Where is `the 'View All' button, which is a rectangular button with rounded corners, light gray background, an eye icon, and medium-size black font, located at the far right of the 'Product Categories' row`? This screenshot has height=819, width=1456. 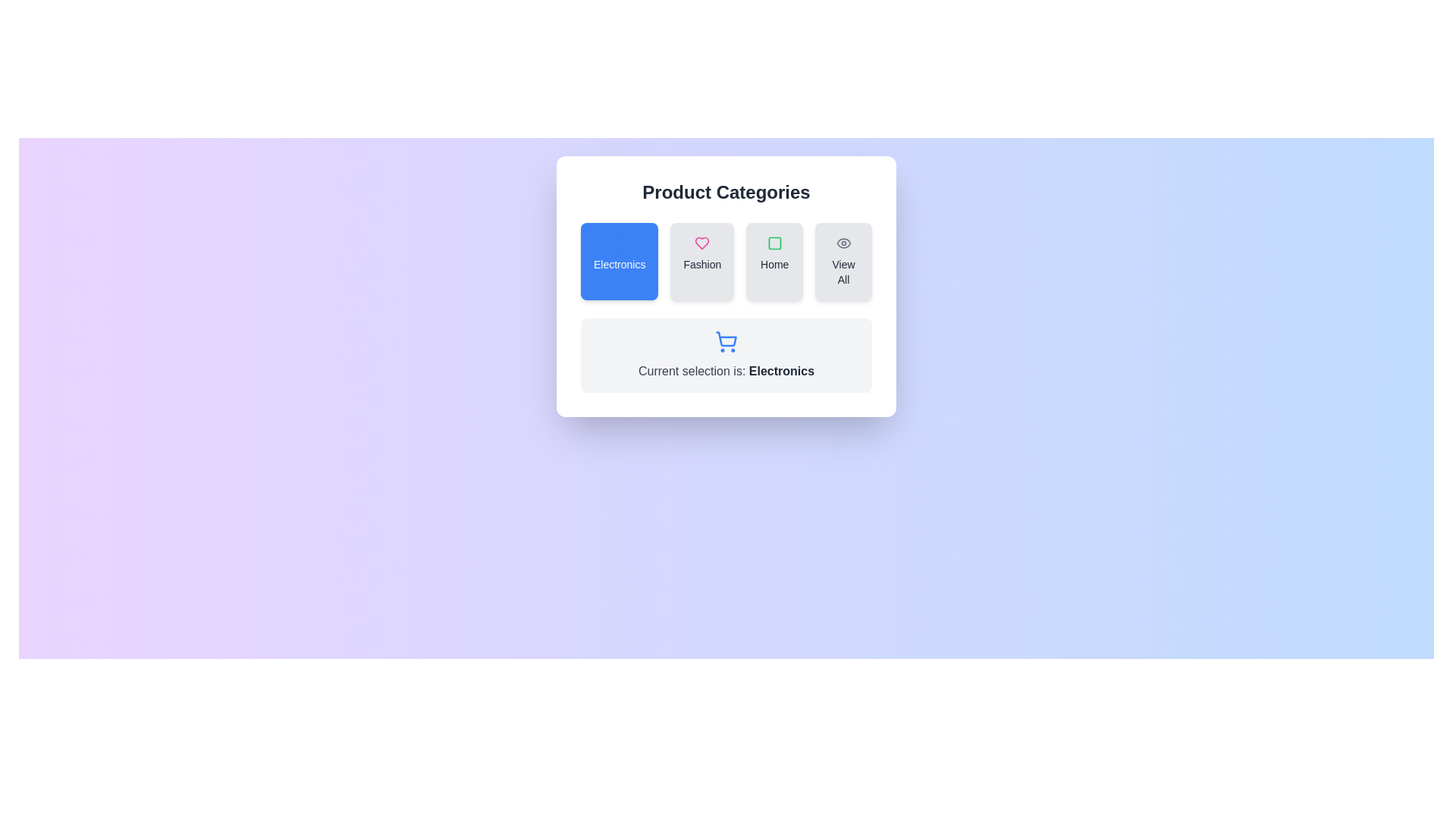 the 'View All' button, which is a rectangular button with rounded corners, light gray background, an eye icon, and medium-size black font, located at the far right of the 'Product Categories' row is located at coordinates (843, 260).